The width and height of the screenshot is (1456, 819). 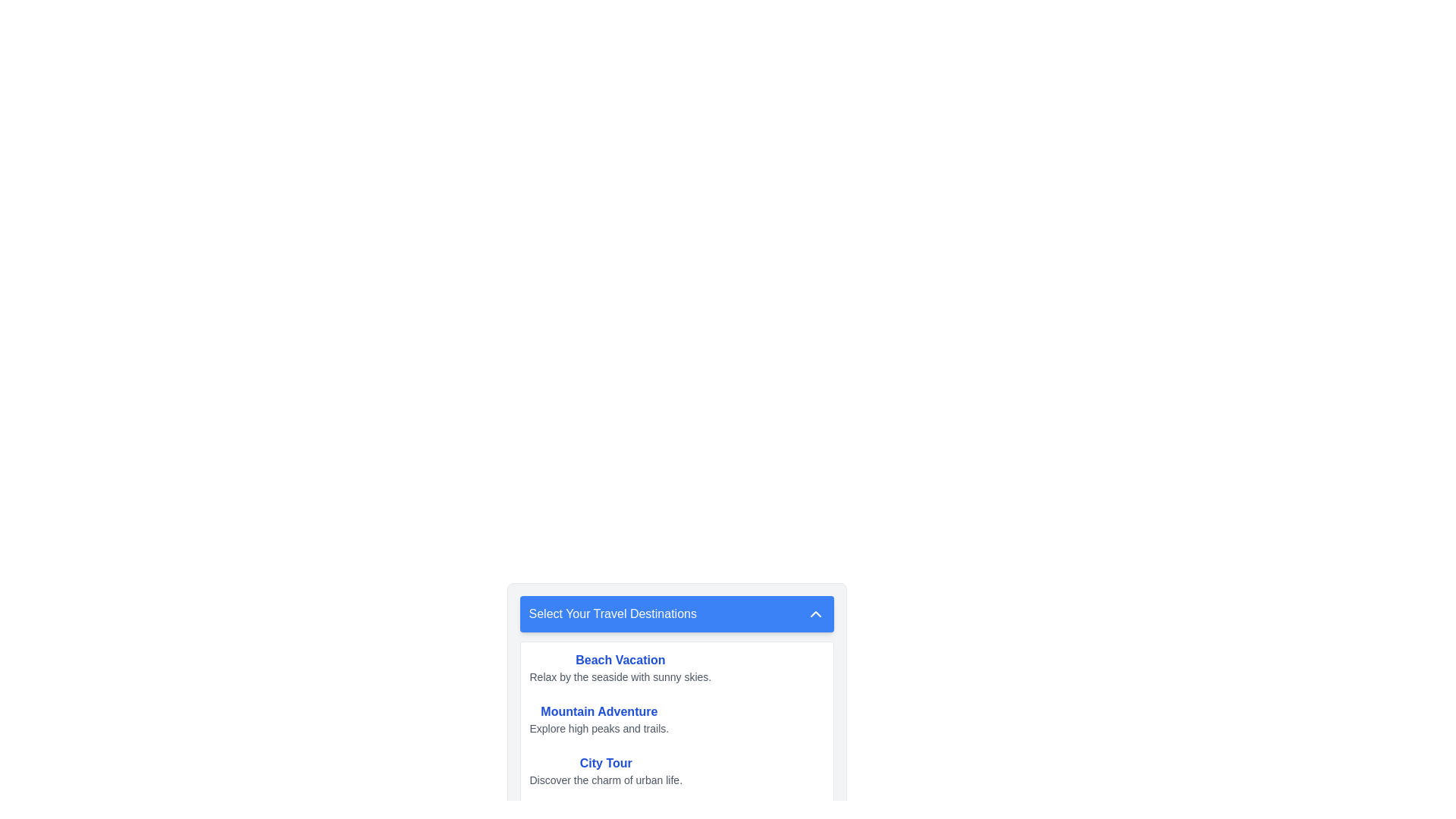 I want to click on the icon button located in the header section labeled 'Select Your Travel Destinations', aligned to the right side adjacent to the text content, so click(x=814, y=614).